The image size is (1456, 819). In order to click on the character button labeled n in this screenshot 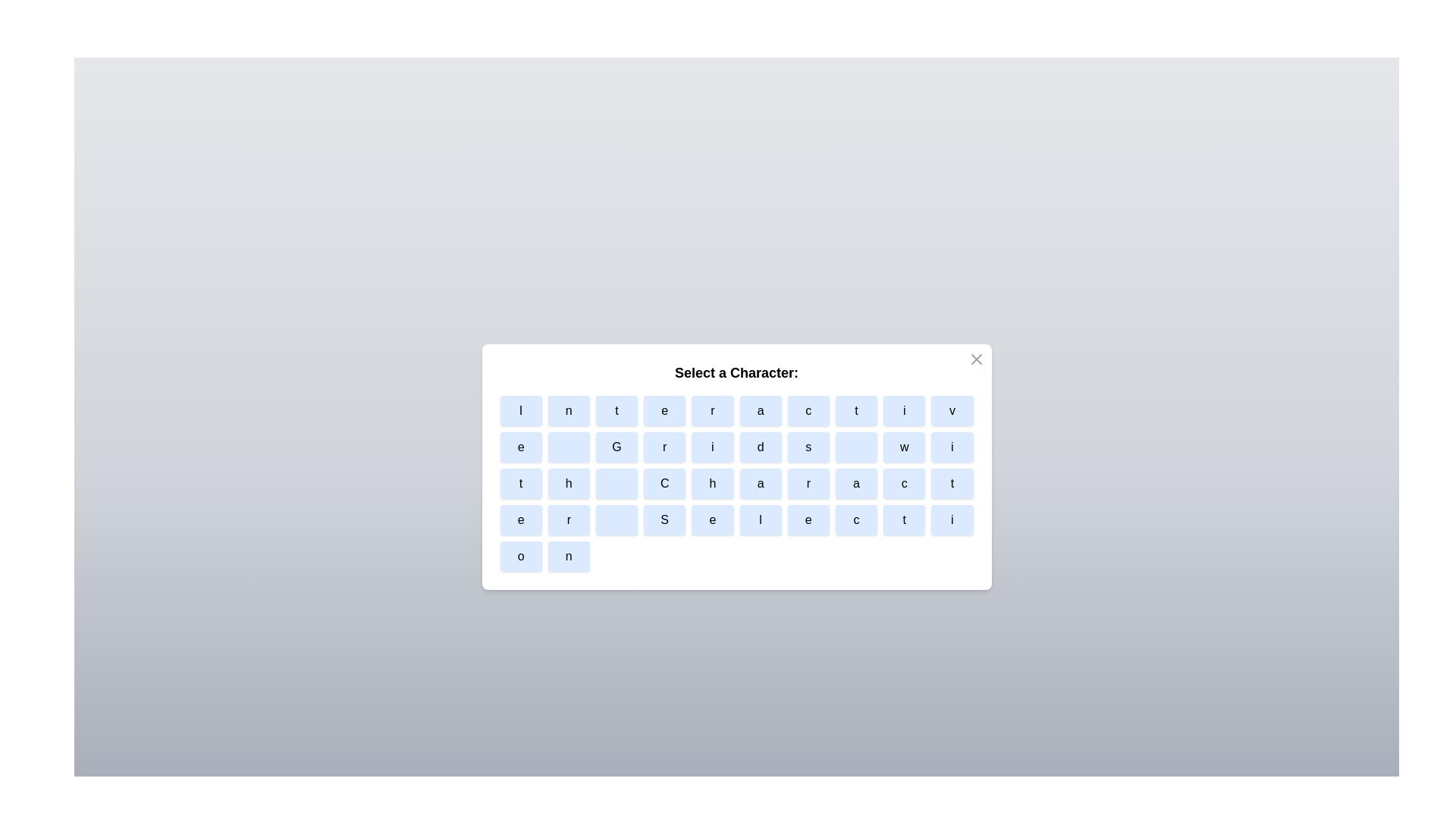, I will do `click(568, 411)`.